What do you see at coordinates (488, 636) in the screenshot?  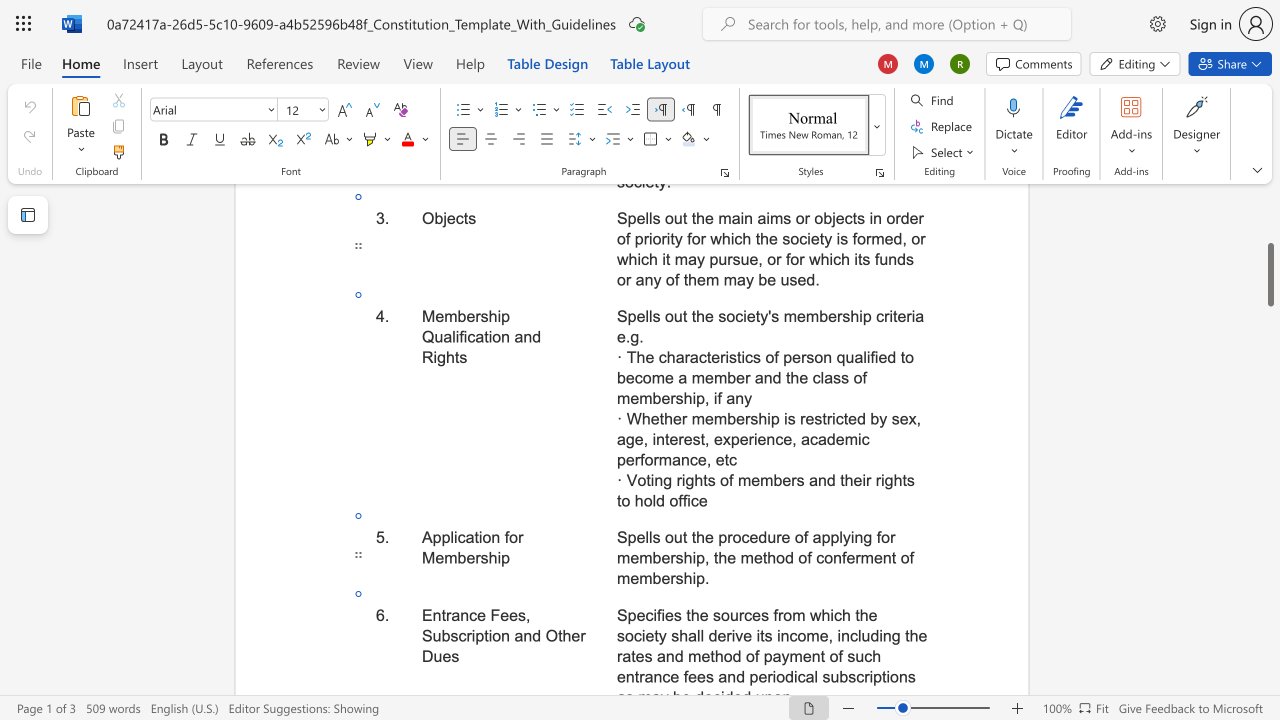 I see `the space between the continuous character "t" and "i" in the text` at bounding box center [488, 636].